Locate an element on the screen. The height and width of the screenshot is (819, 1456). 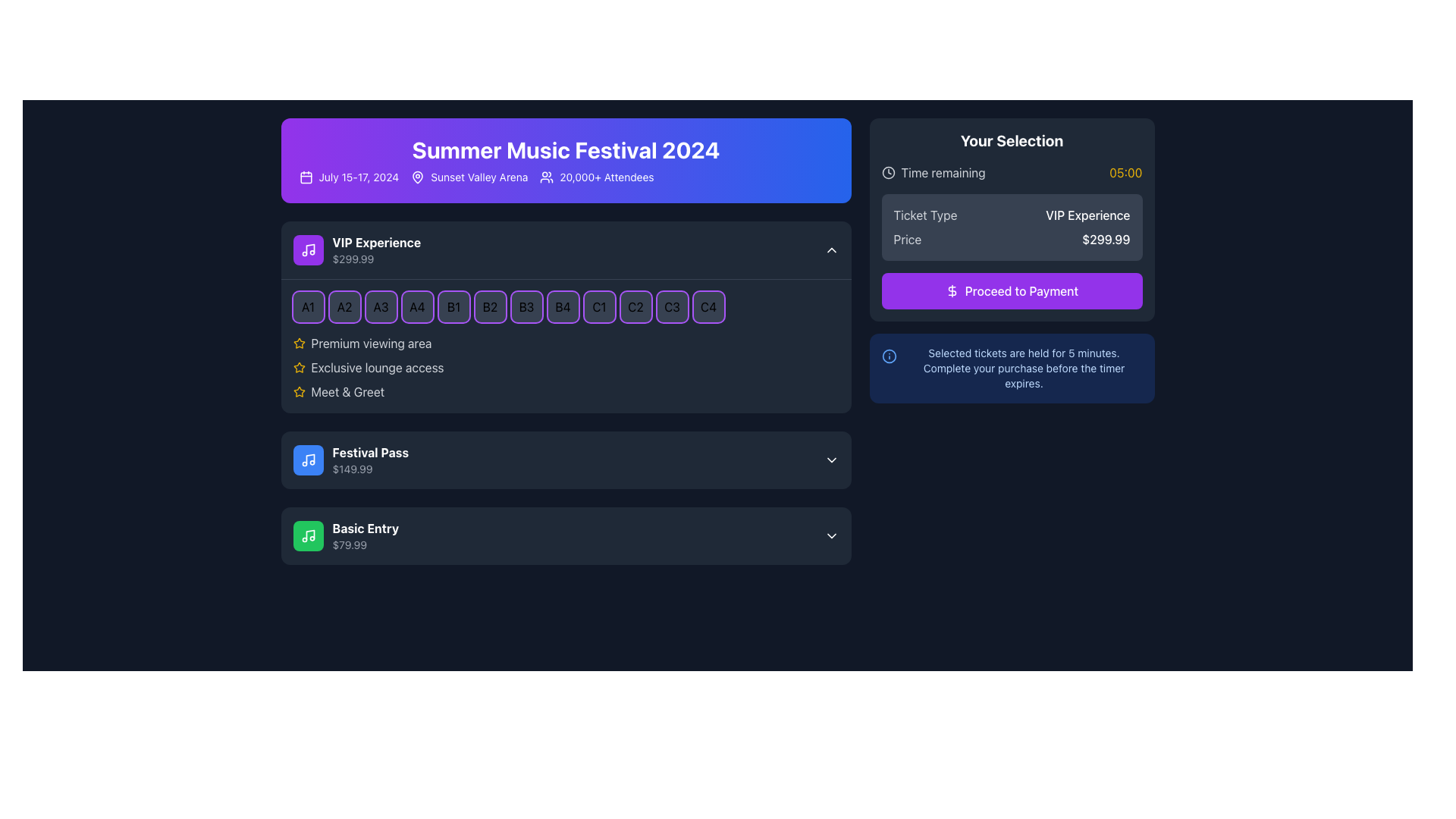
the second curved line of the dollar sign icon, which is styled with a thin, rounded line in a light color, located in the payment section of the interface is located at coordinates (951, 291).